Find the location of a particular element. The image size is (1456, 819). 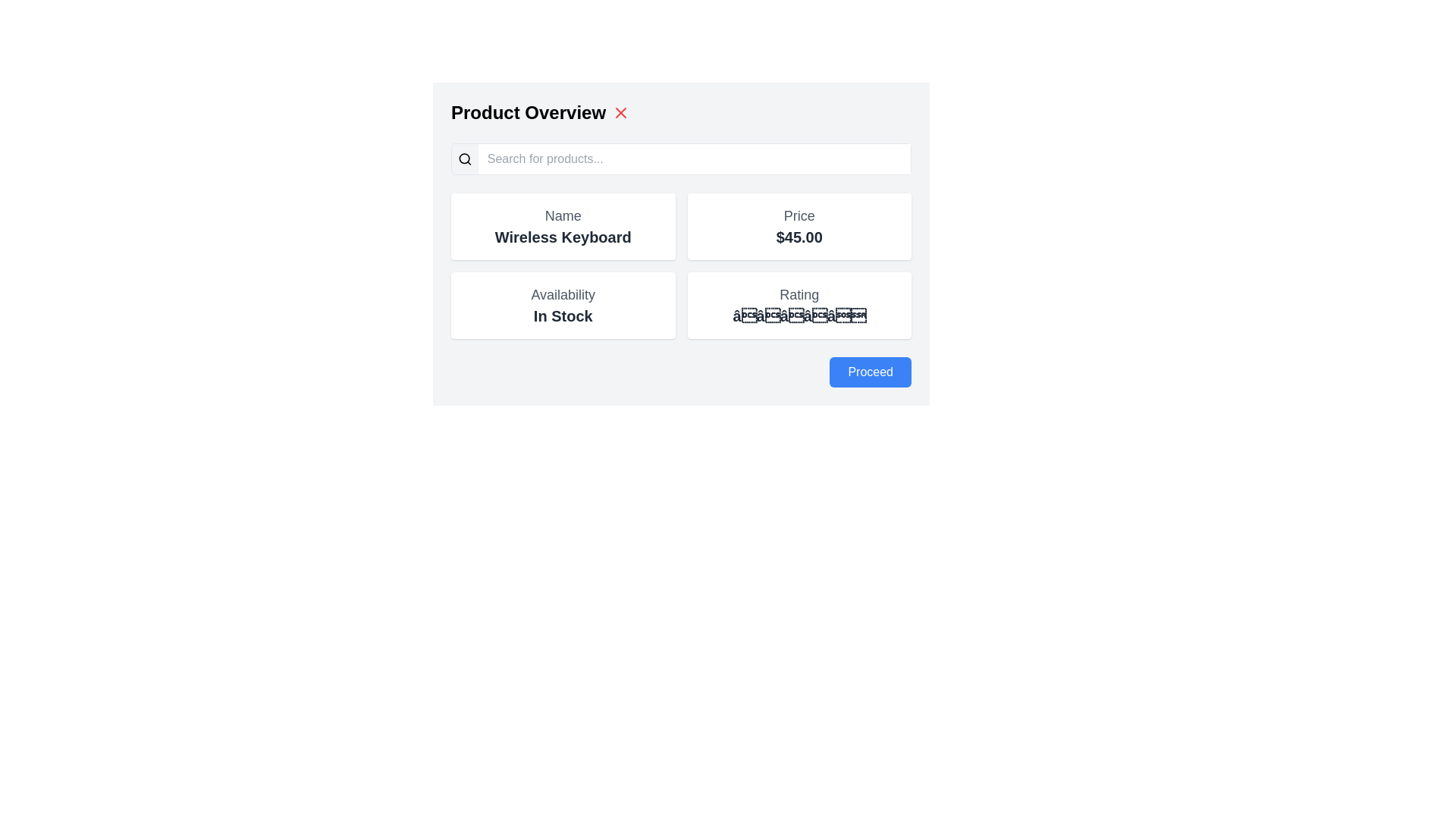

displayed rating from the Rating display located in the bottom row of the right half of the two-column grid layout, directly under the 'Price' card is located at coordinates (799, 305).